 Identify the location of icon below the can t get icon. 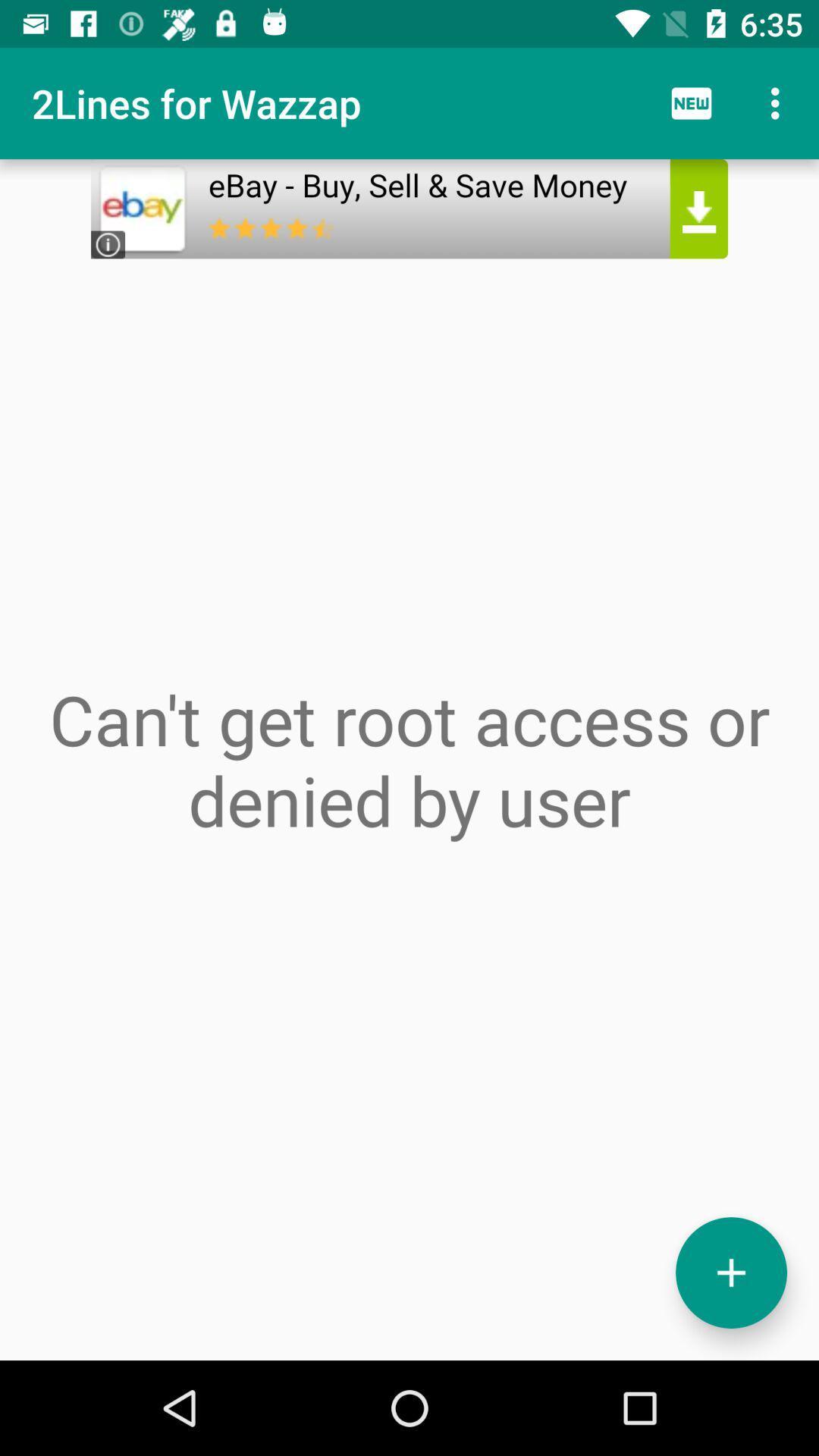
(730, 1272).